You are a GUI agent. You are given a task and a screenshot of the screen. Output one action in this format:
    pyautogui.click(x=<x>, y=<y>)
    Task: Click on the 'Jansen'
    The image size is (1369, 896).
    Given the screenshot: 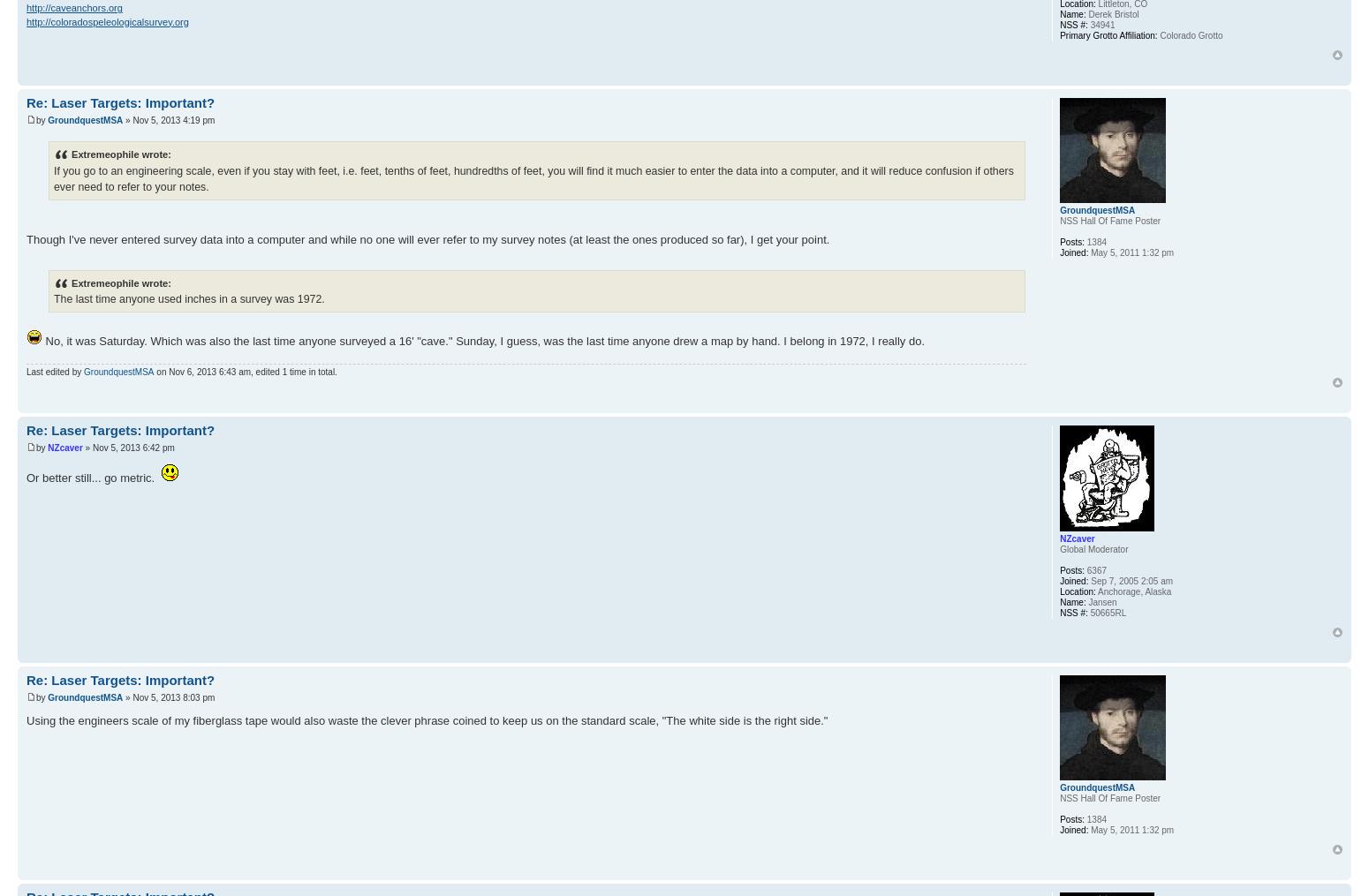 What is the action you would take?
    pyautogui.click(x=1085, y=601)
    